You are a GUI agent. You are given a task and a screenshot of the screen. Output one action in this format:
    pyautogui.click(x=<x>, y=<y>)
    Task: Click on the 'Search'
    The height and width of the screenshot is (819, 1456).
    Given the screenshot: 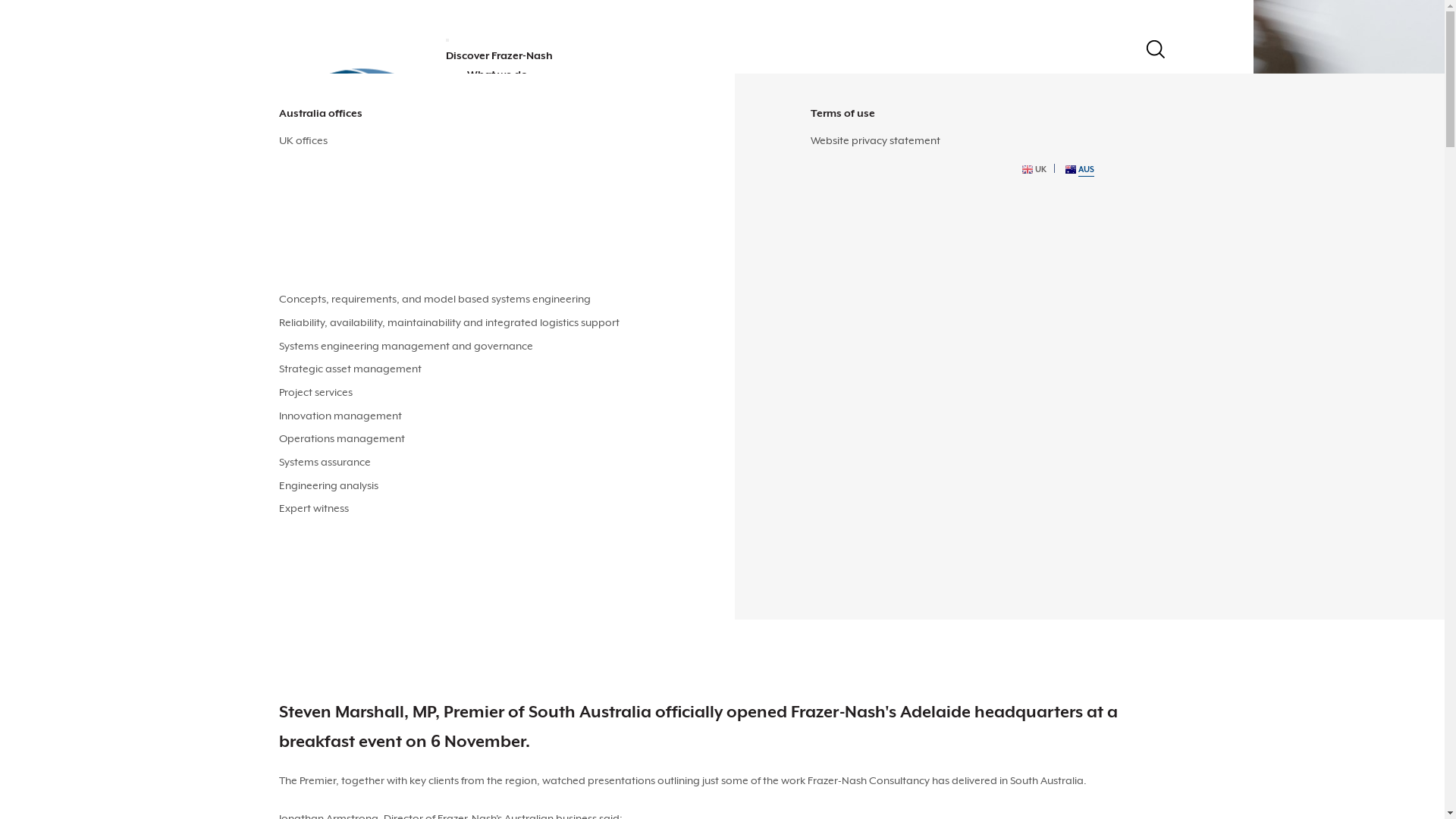 What is the action you would take?
    pyautogui.click(x=1154, y=49)
    